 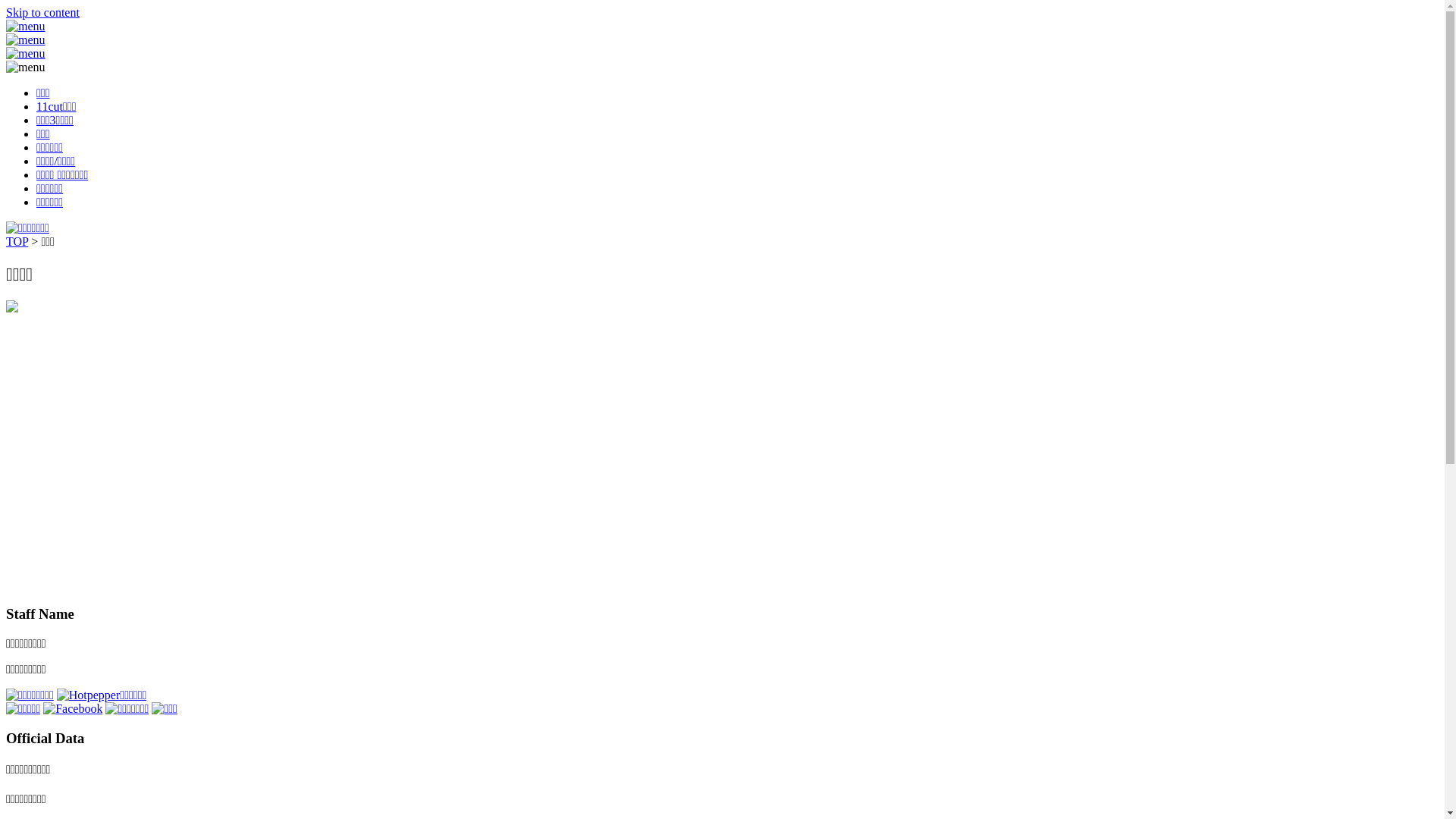 I want to click on 'Skip to content', so click(x=42, y=12).